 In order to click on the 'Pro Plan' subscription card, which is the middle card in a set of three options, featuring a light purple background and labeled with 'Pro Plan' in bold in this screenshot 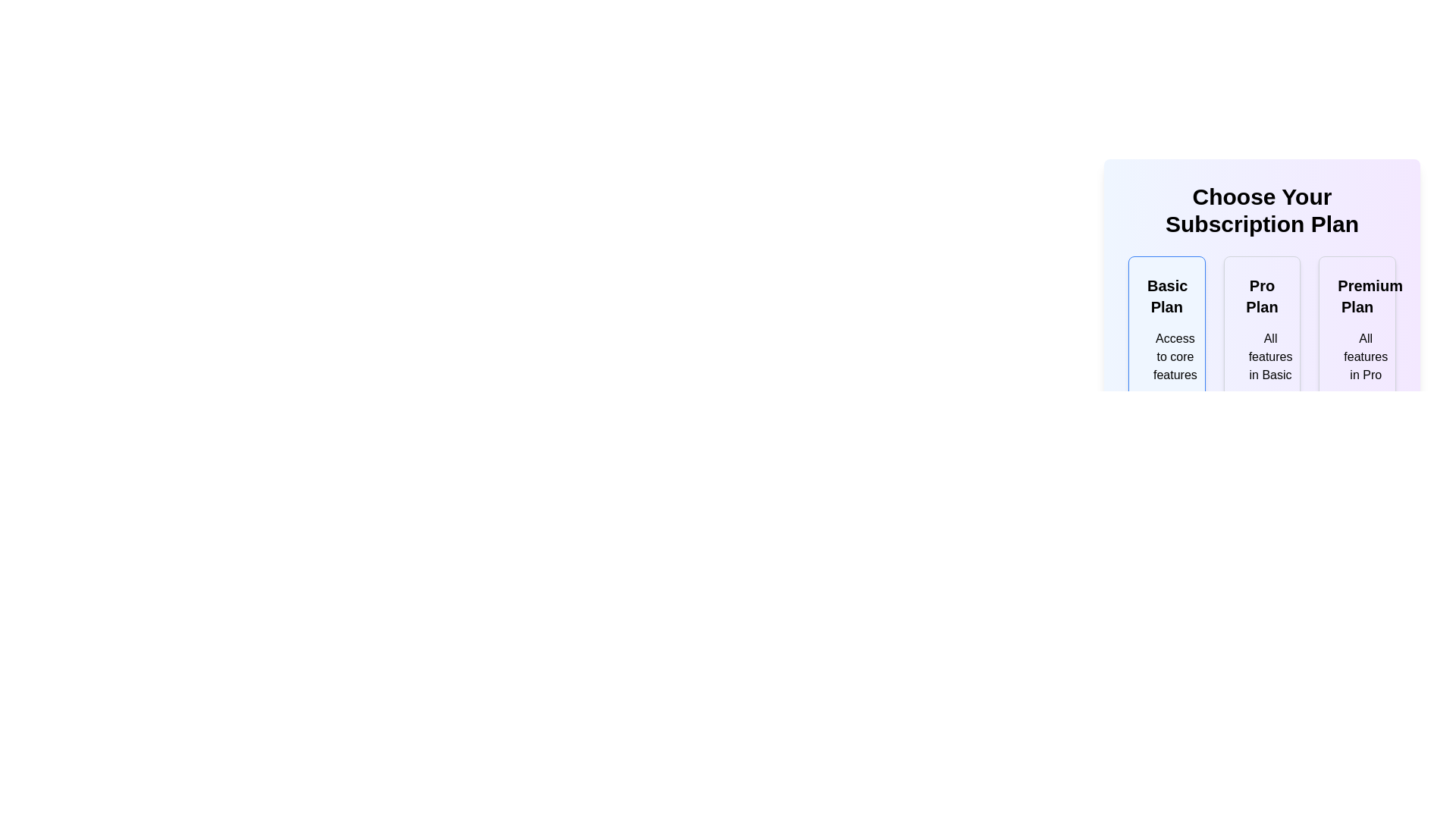, I will do `click(1262, 265)`.